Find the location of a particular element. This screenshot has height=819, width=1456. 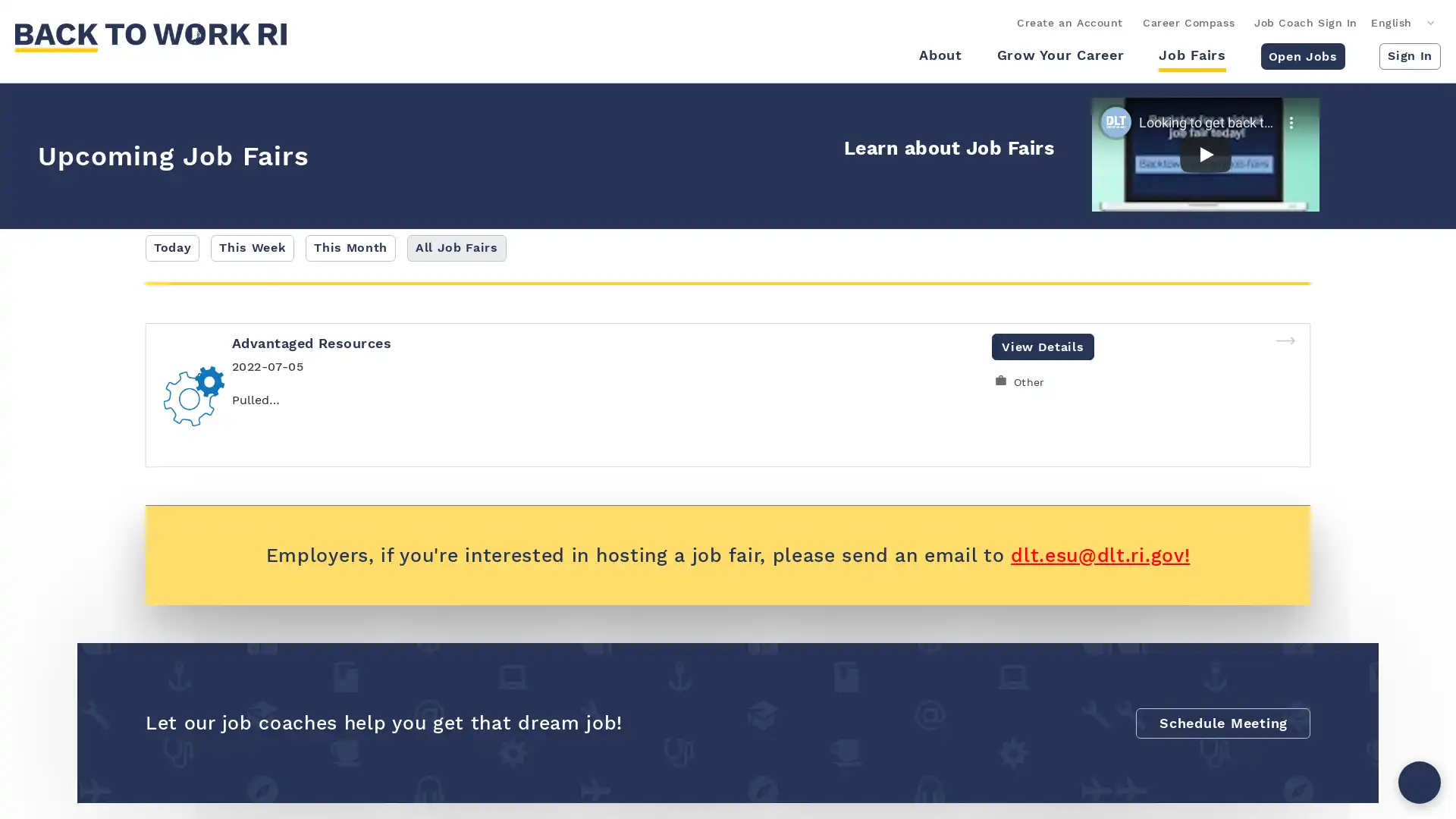

This Week is located at coordinates (252, 247).